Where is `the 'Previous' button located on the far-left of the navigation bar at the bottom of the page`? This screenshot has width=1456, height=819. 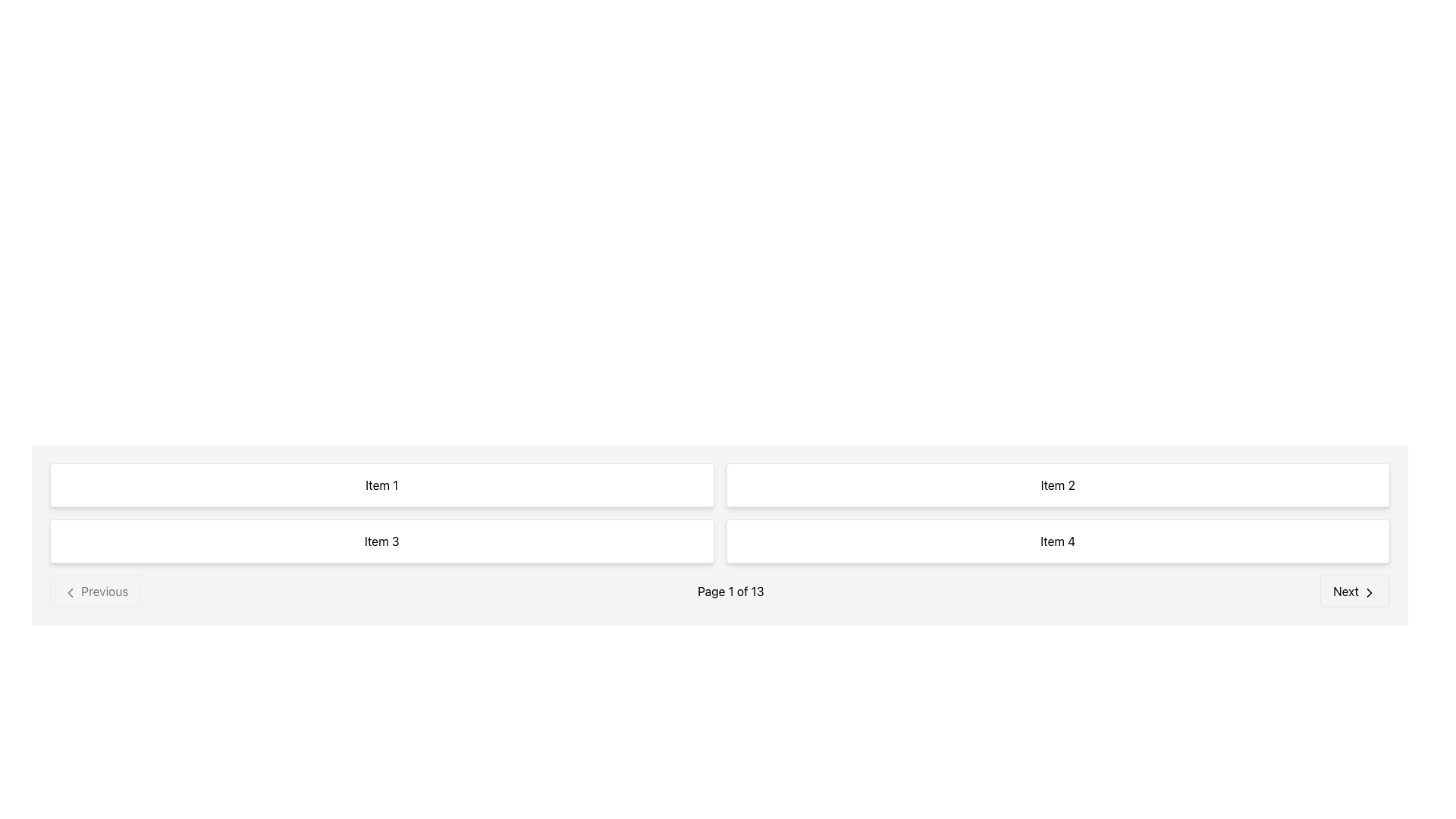 the 'Previous' button located on the far-left of the navigation bar at the bottom of the page is located at coordinates (95, 590).